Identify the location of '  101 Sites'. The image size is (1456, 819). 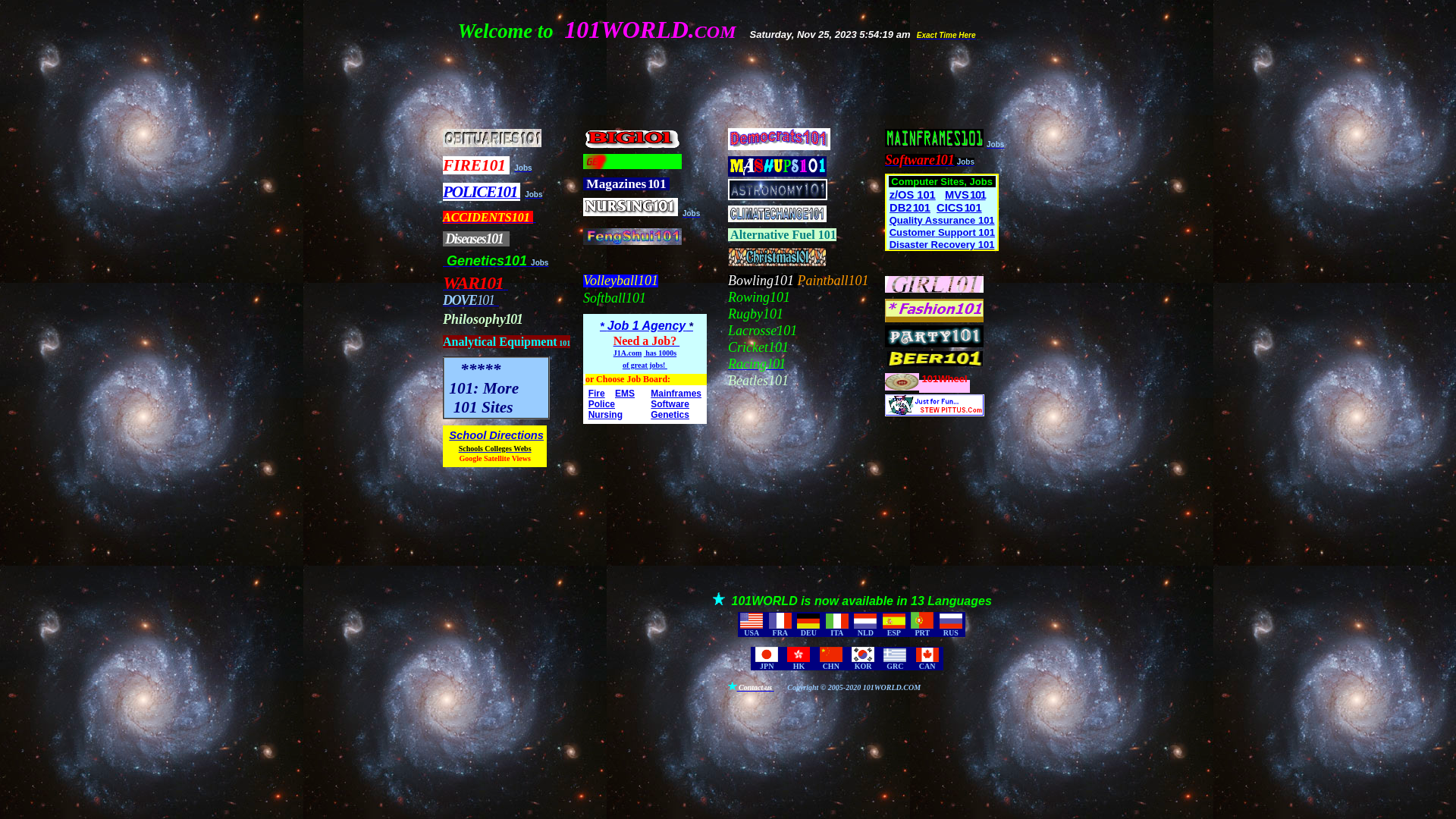
(478, 407).